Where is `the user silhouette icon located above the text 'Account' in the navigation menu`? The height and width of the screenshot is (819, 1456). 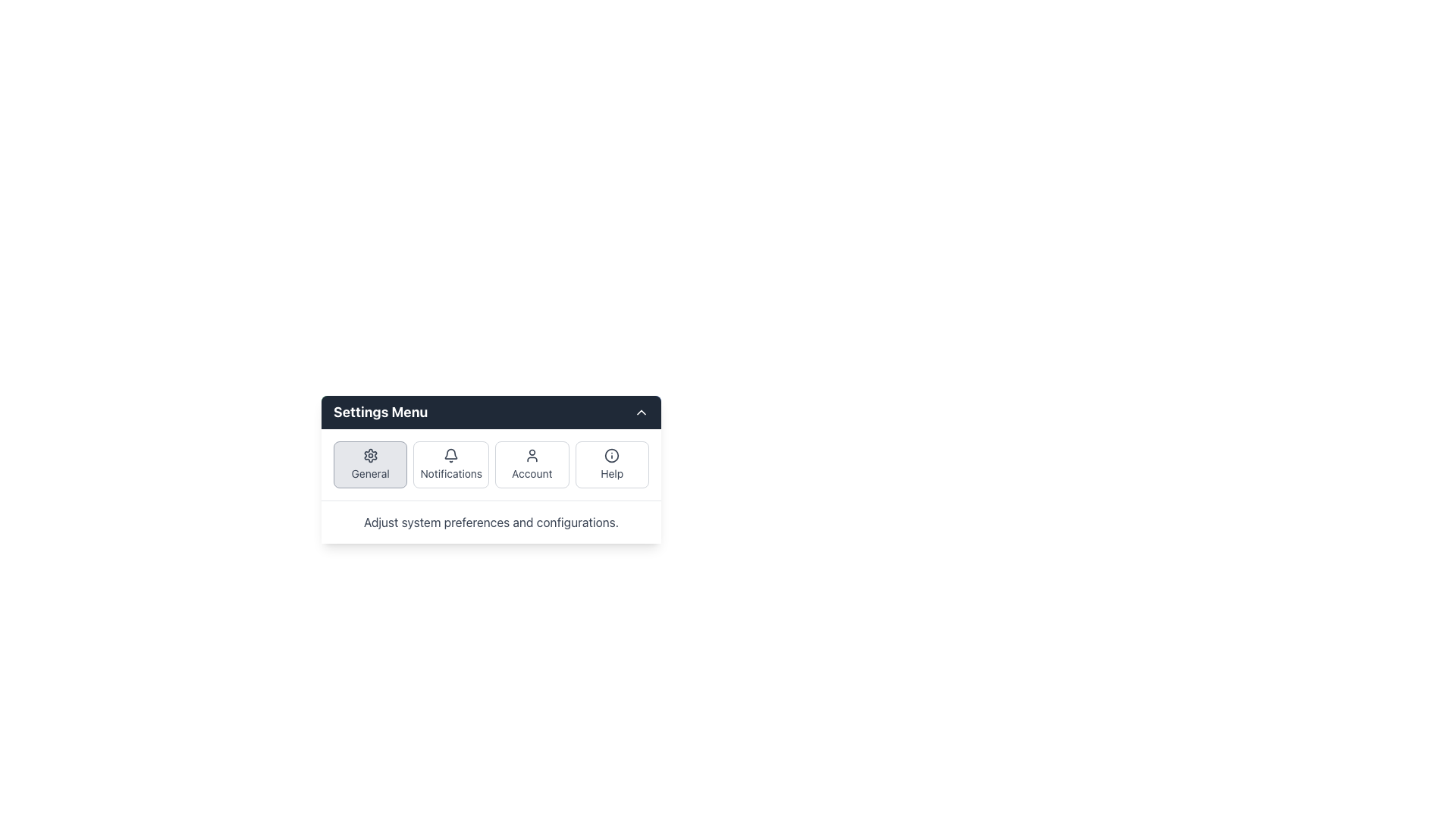 the user silhouette icon located above the text 'Account' in the navigation menu is located at coordinates (532, 455).